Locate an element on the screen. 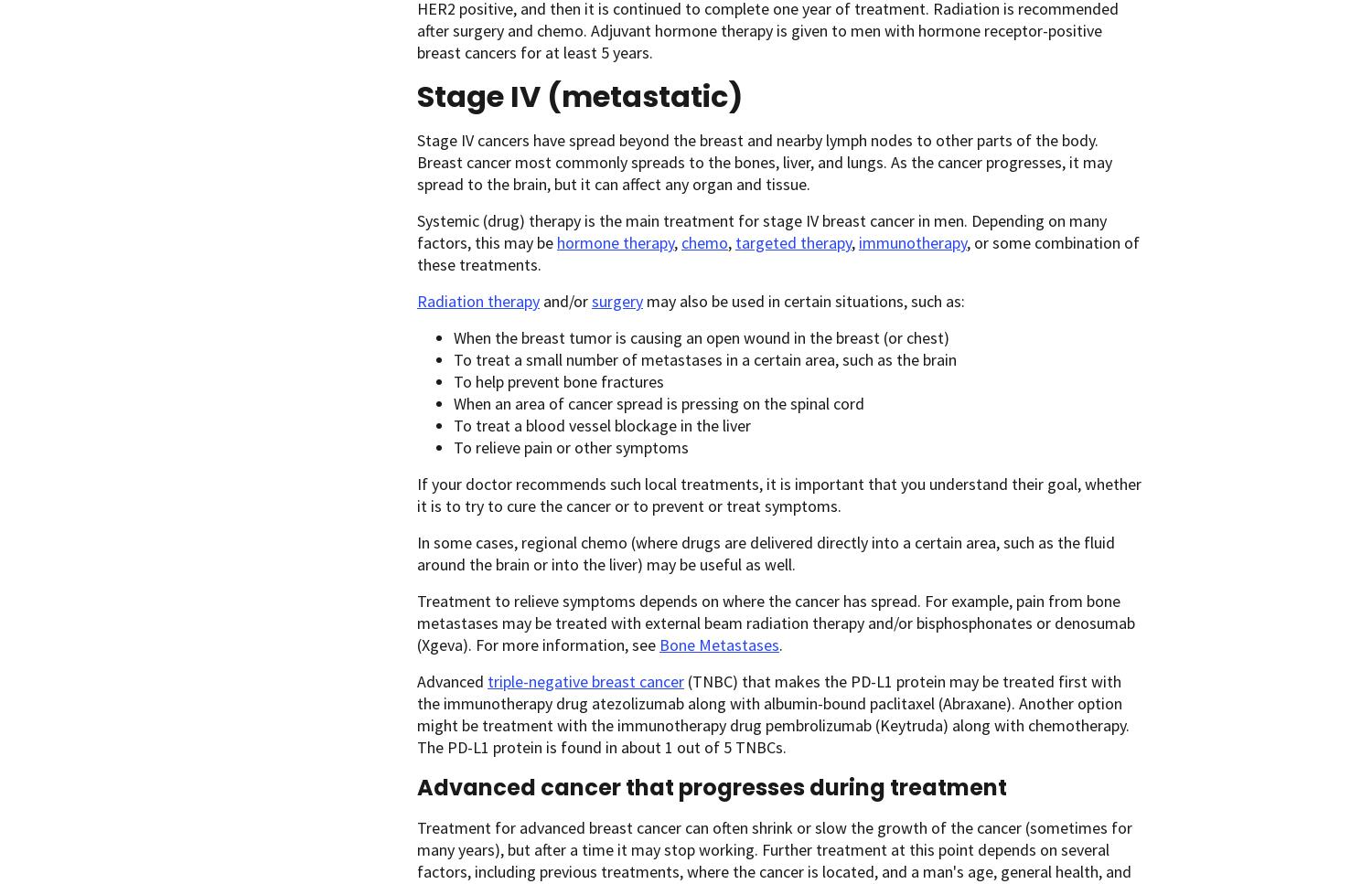  'Systemic (drug) therapy is the main treatment for stage IV breast cancer in men. Depending on many factors, this may be' is located at coordinates (416, 231).